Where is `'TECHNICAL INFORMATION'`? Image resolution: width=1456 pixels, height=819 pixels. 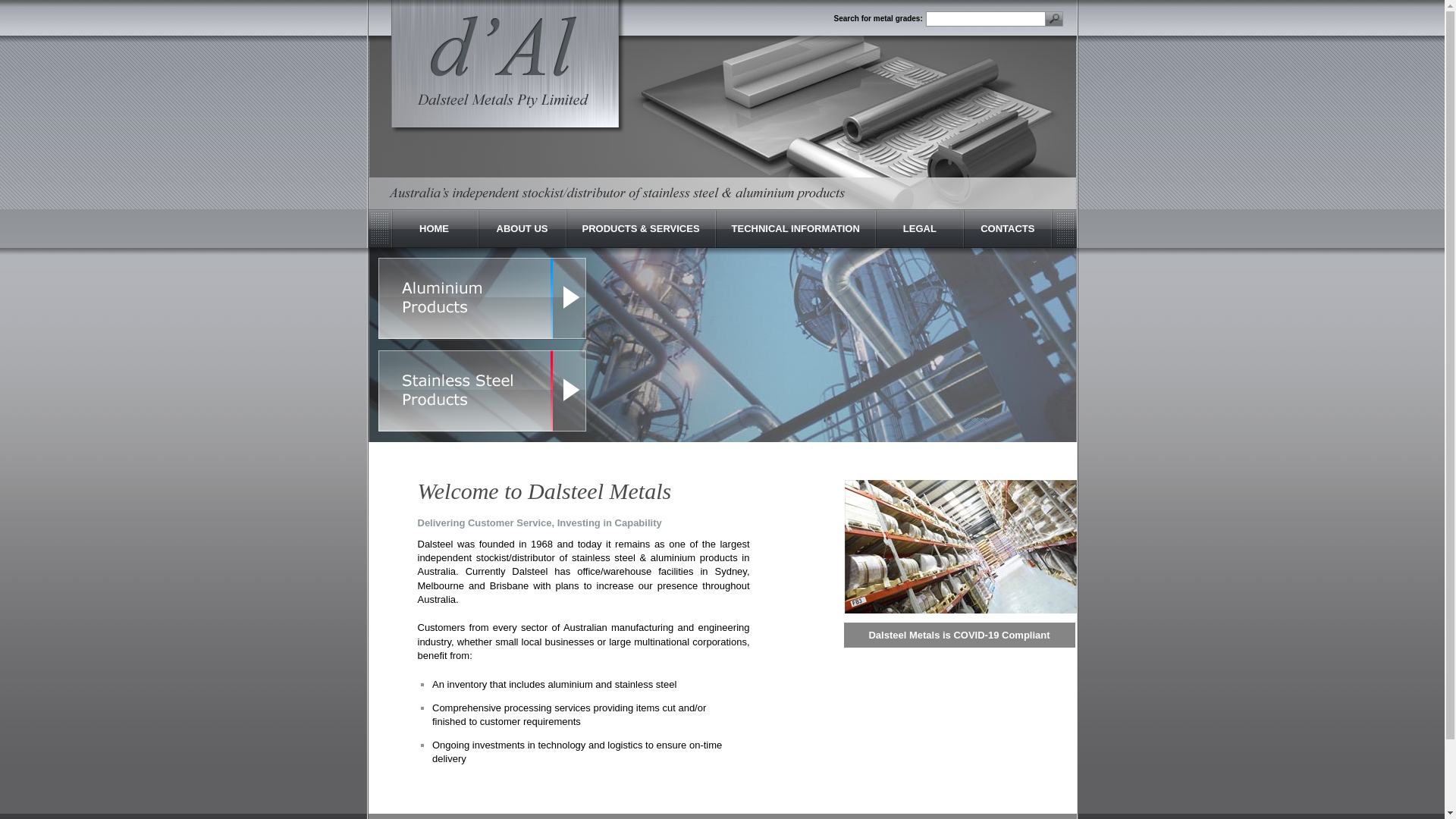
'TECHNICAL INFORMATION' is located at coordinates (795, 228).